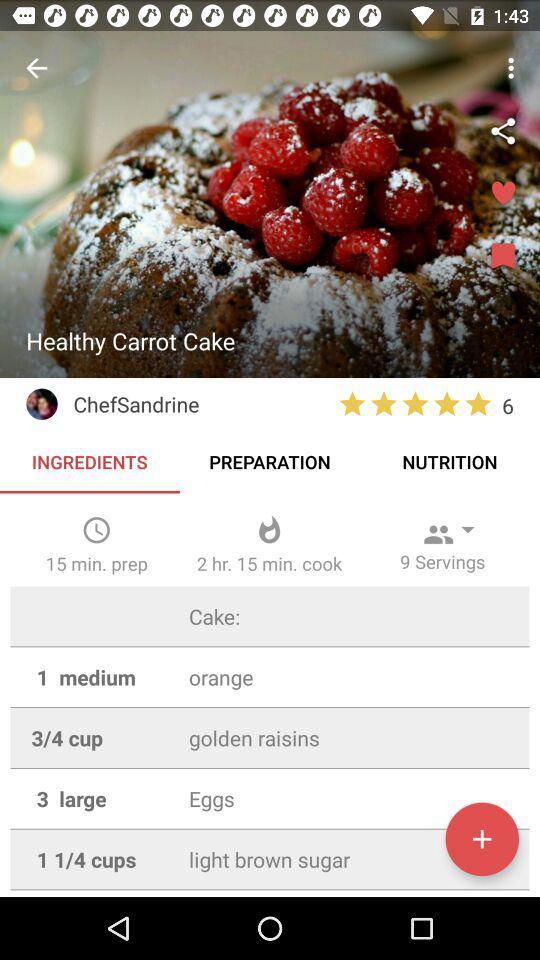 This screenshot has height=960, width=540. I want to click on bookmark recipe, so click(502, 256).